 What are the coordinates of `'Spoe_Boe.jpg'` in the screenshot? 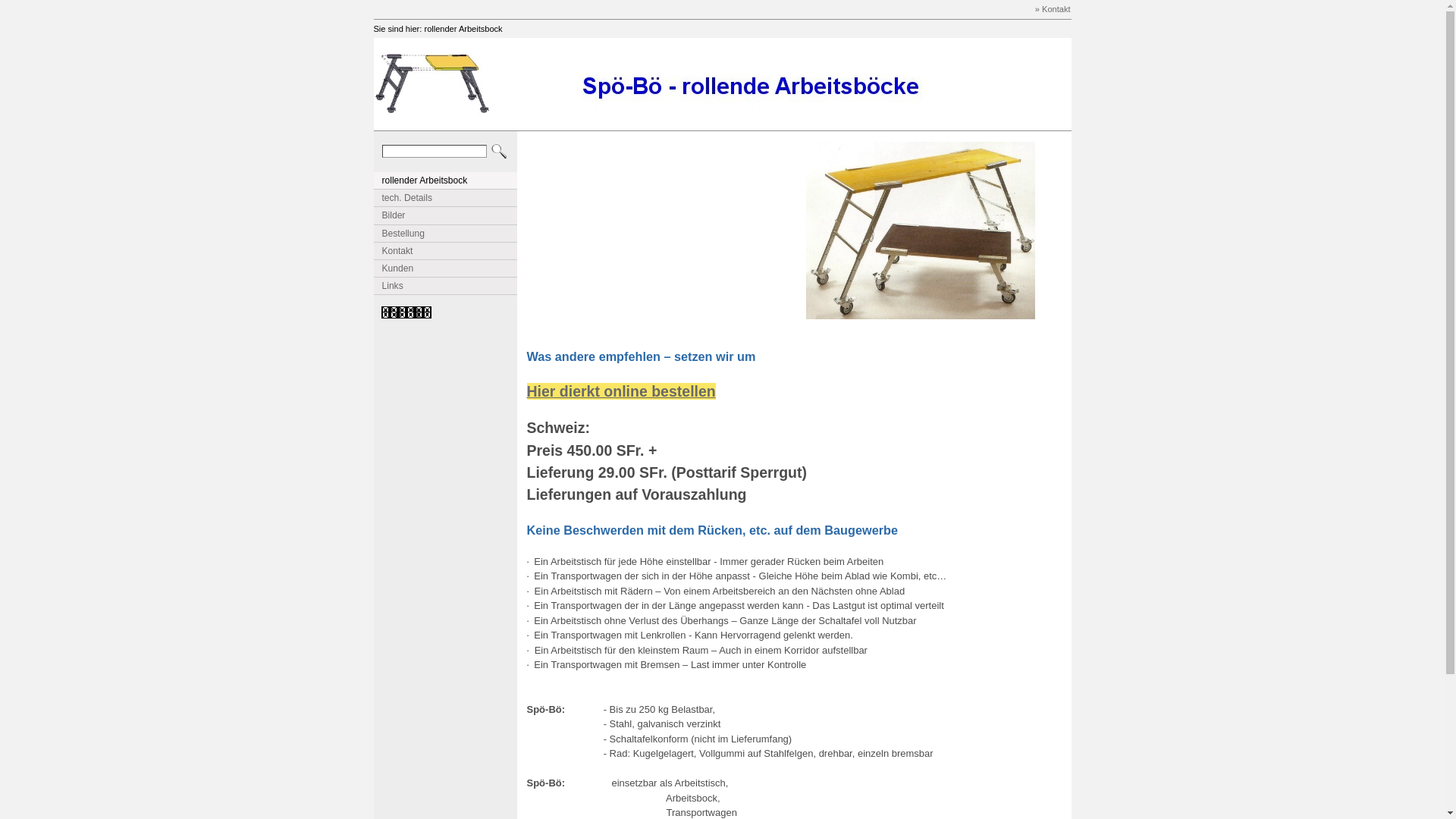 It's located at (431, 84).